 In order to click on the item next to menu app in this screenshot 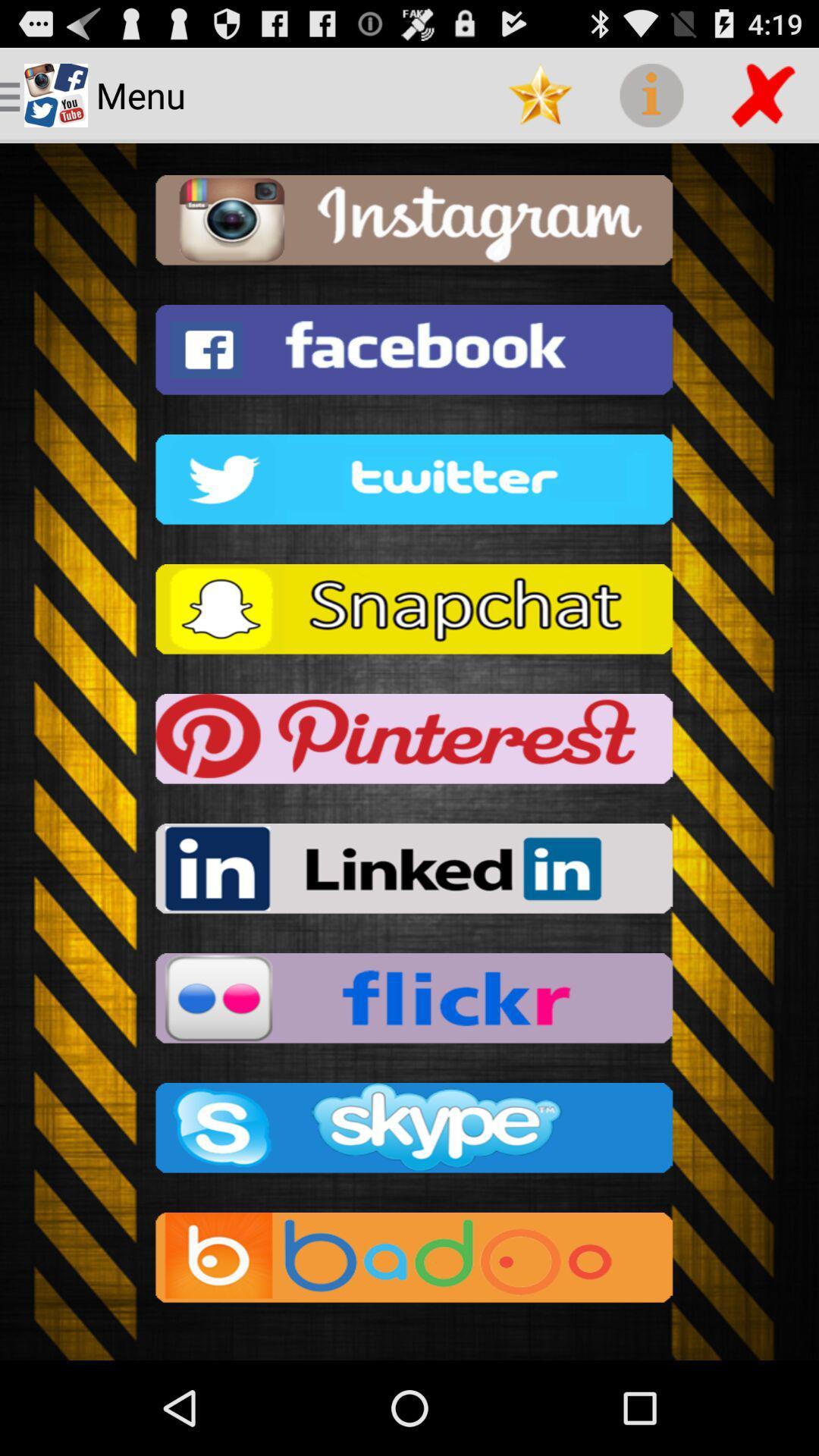, I will do `click(539, 94)`.